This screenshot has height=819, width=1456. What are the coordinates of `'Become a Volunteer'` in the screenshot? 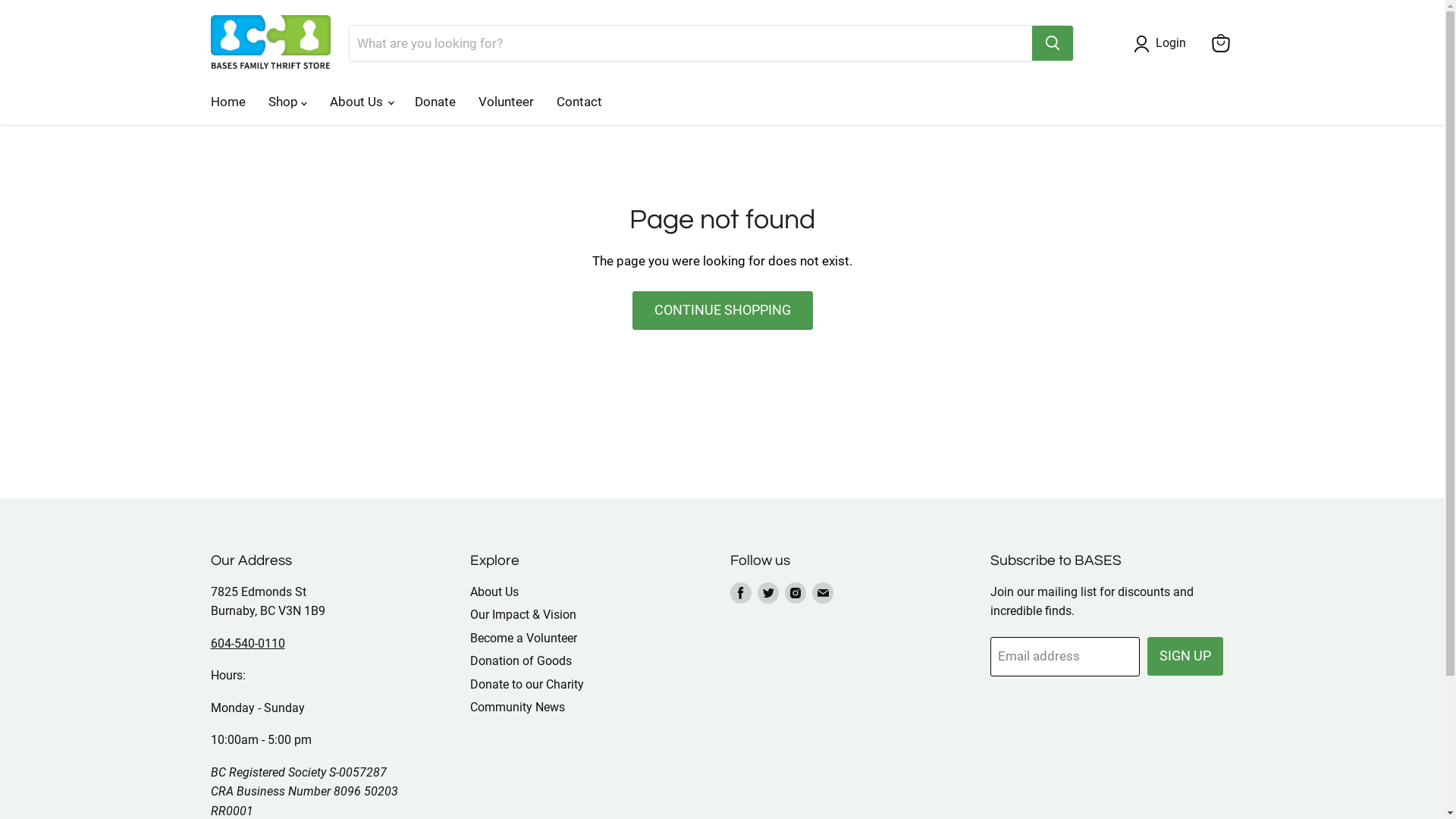 It's located at (523, 638).